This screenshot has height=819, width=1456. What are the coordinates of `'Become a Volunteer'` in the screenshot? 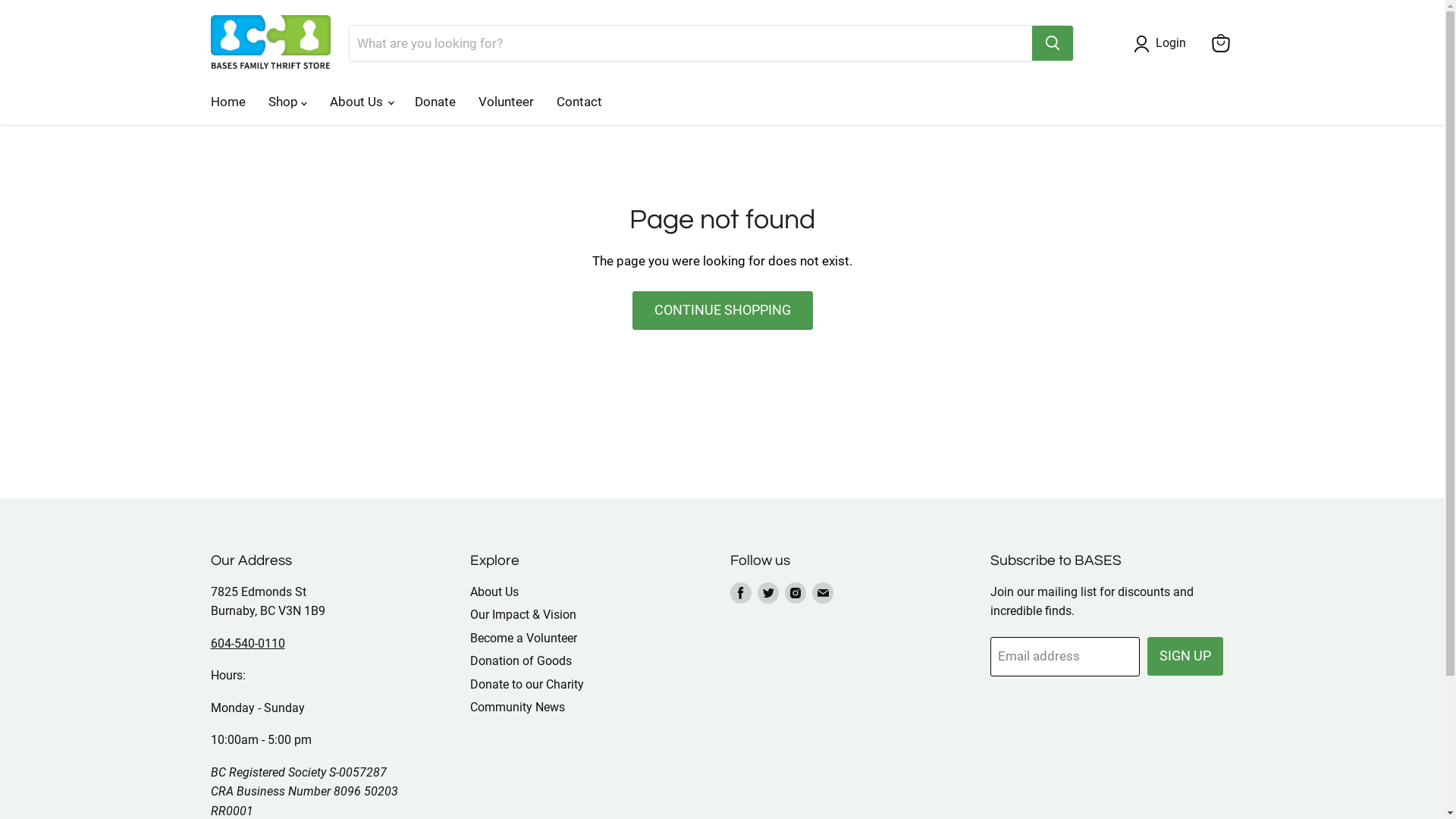 It's located at (523, 638).